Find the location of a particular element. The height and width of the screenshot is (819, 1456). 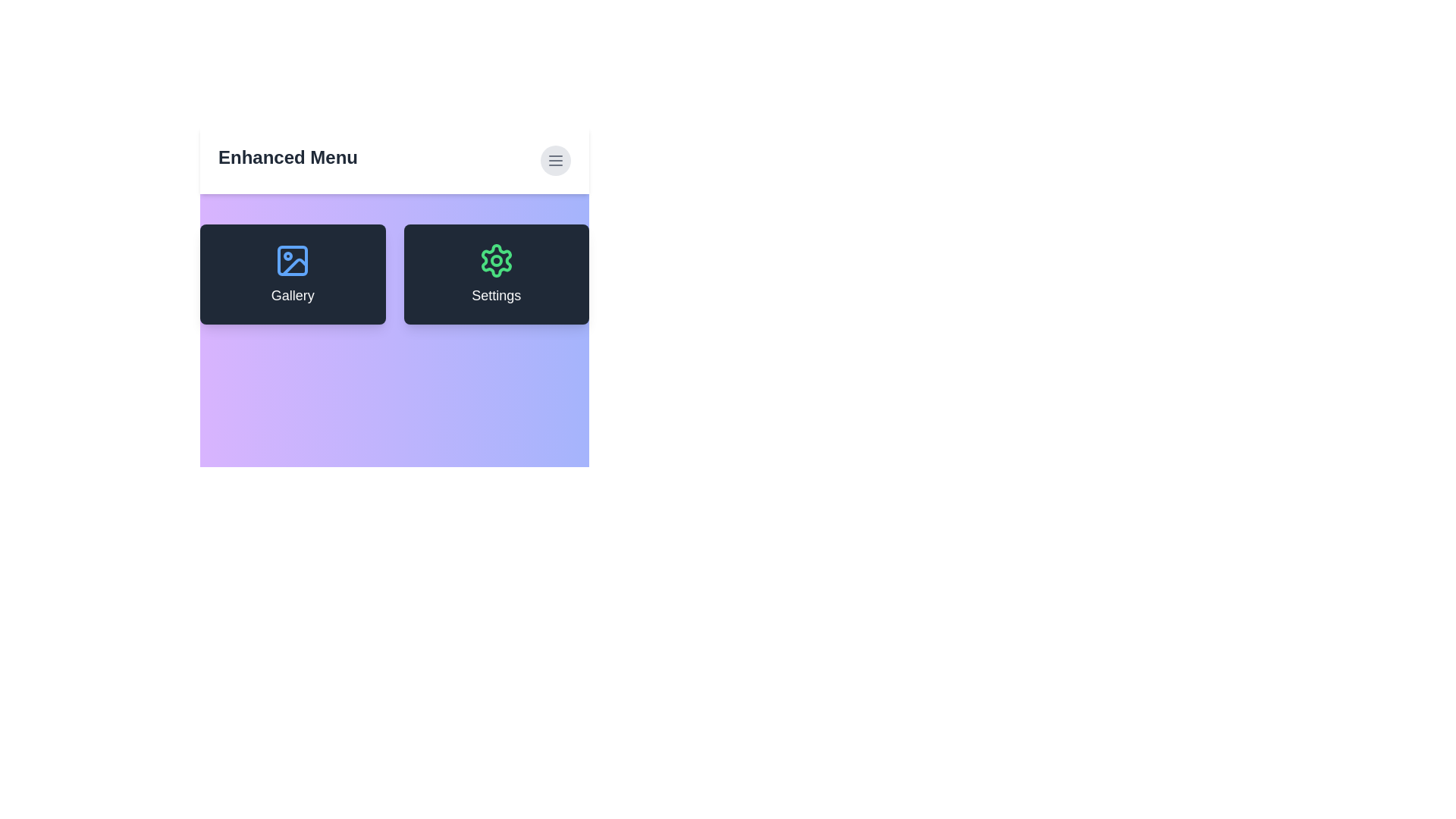

the Gallery card to observe its hover effect is located at coordinates (293, 275).